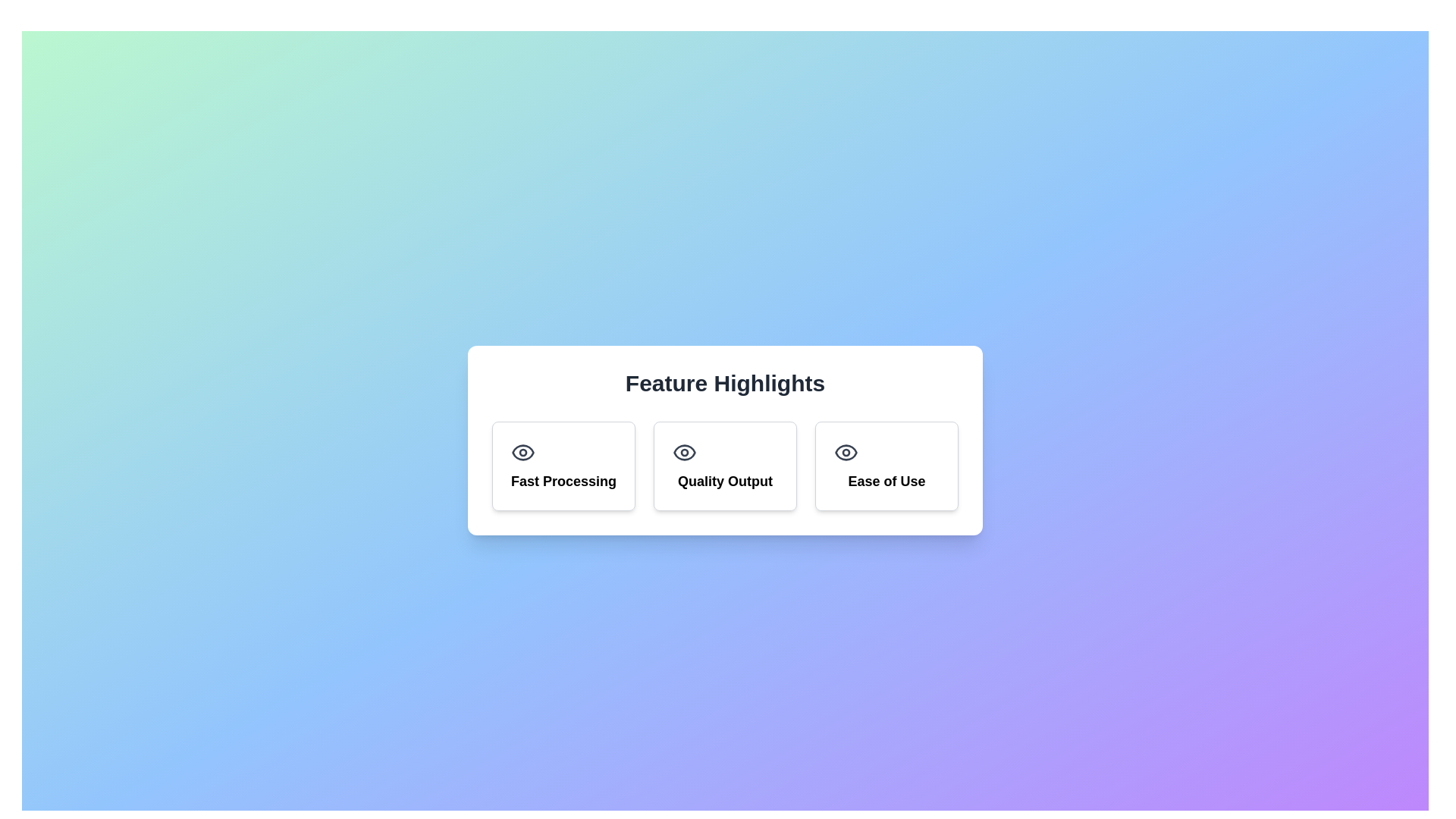 The height and width of the screenshot is (819, 1456). I want to click on the 'Quality Output' icon, which is the top visual component of the middle card in a row of three cards, so click(683, 452).